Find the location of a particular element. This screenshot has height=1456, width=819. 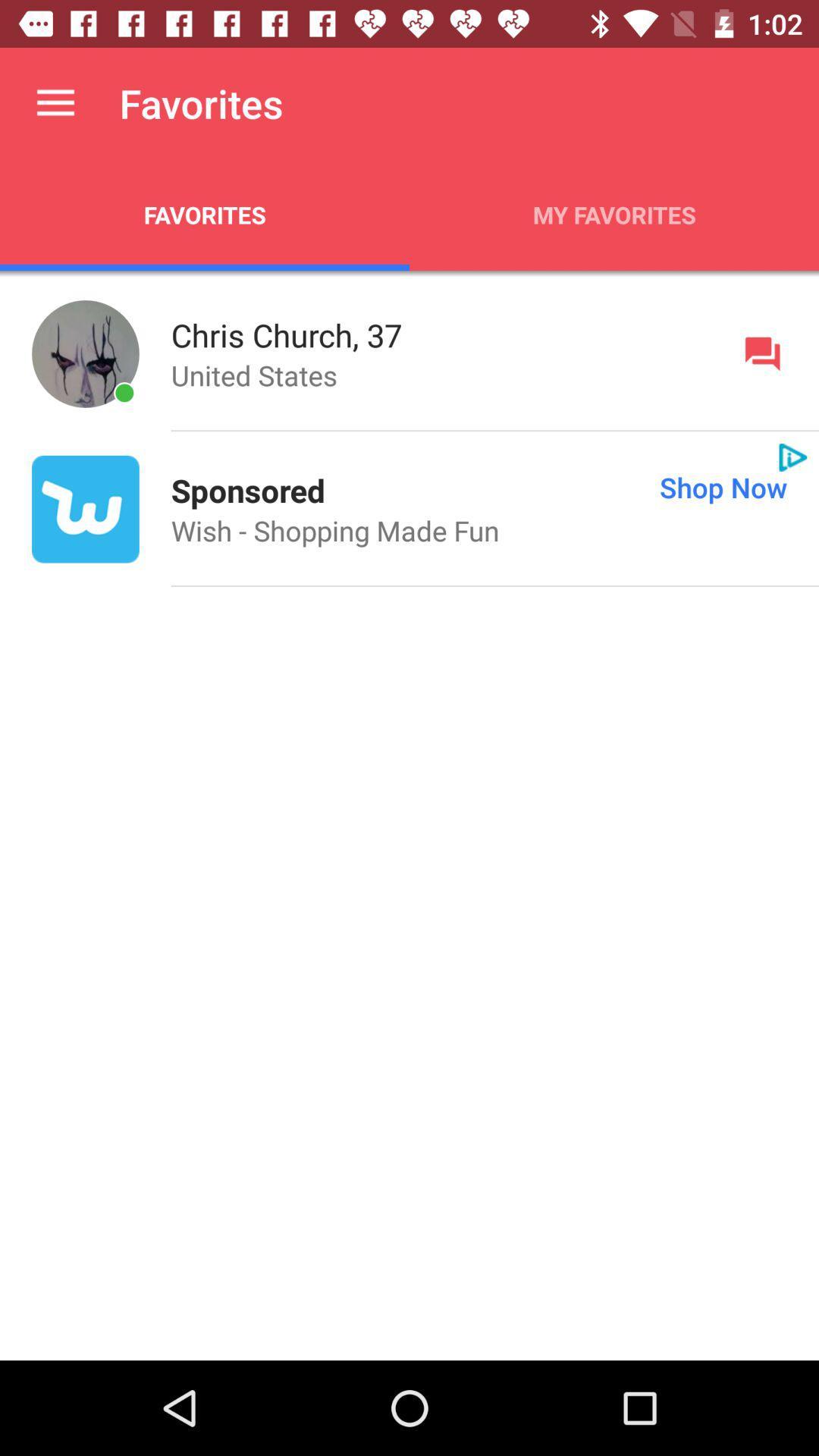

the item next to the favorites item is located at coordinates (614, 214).